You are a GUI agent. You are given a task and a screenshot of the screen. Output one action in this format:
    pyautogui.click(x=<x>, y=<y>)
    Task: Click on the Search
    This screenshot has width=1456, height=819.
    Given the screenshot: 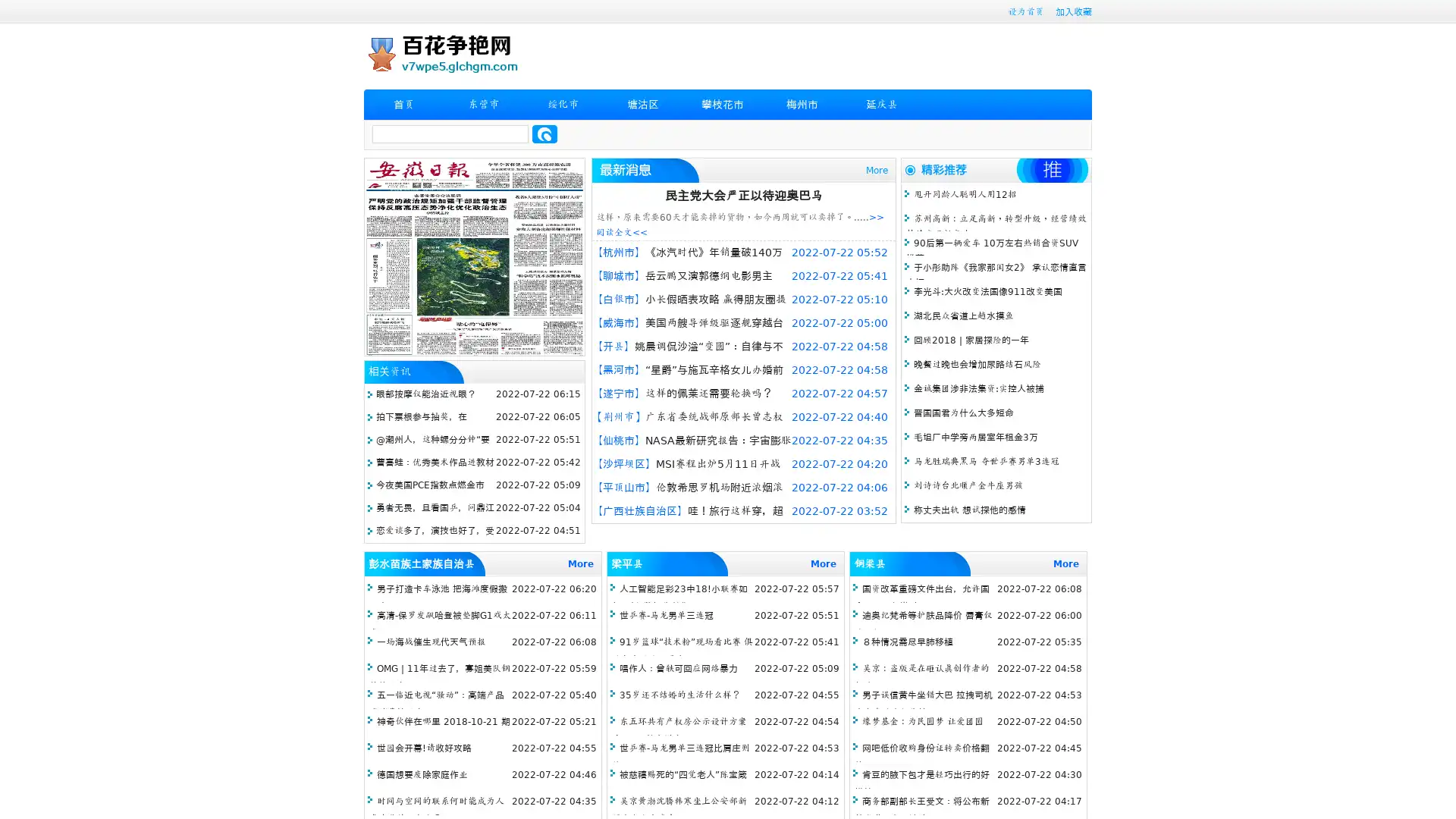 What is the action you would take?
    pyautogui.click(x=544, y=133)
    